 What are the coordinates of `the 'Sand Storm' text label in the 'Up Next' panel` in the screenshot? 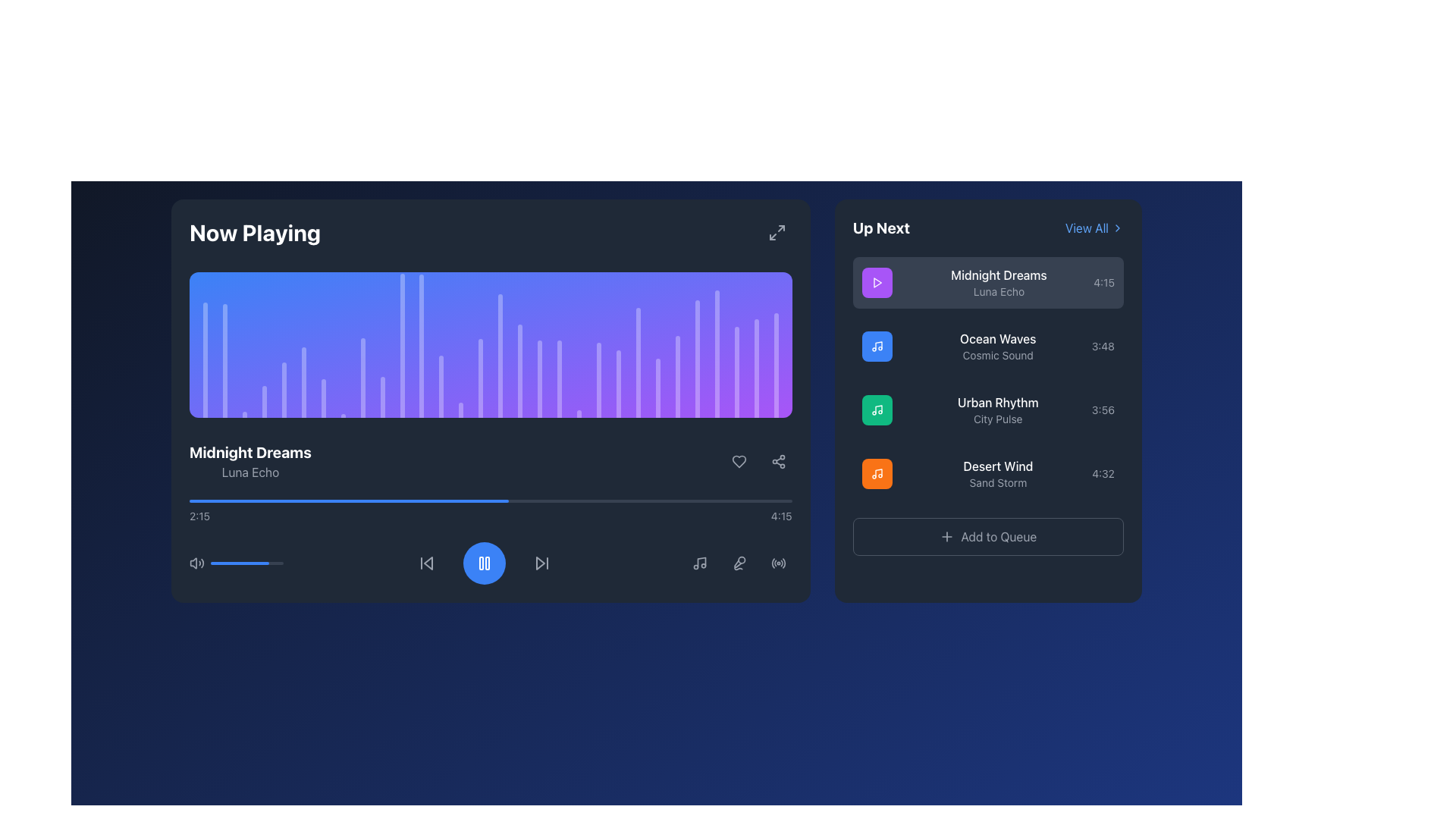 It's located at (998, 482).